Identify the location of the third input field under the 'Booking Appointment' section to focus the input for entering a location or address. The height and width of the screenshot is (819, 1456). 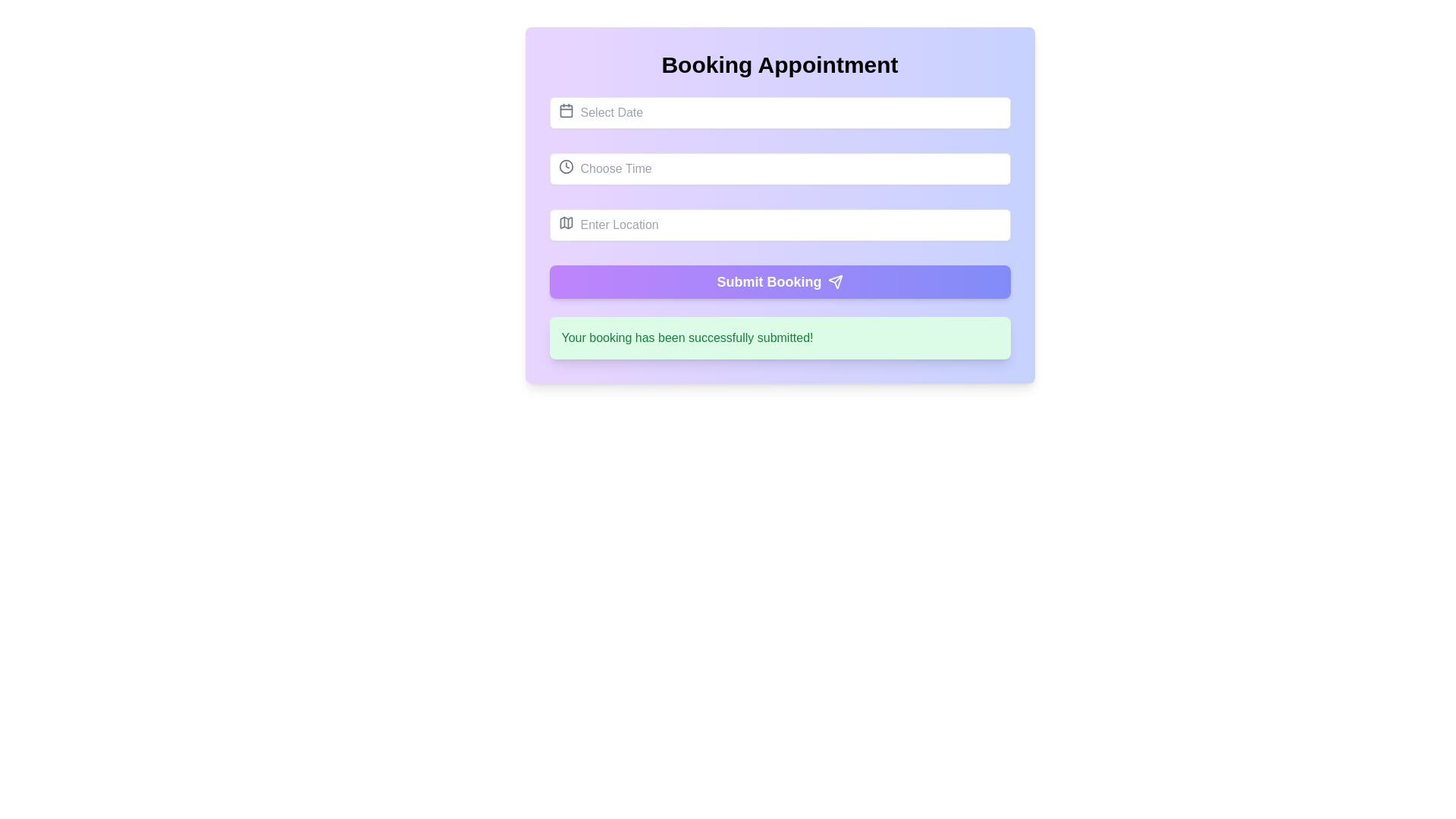
(780, 225).